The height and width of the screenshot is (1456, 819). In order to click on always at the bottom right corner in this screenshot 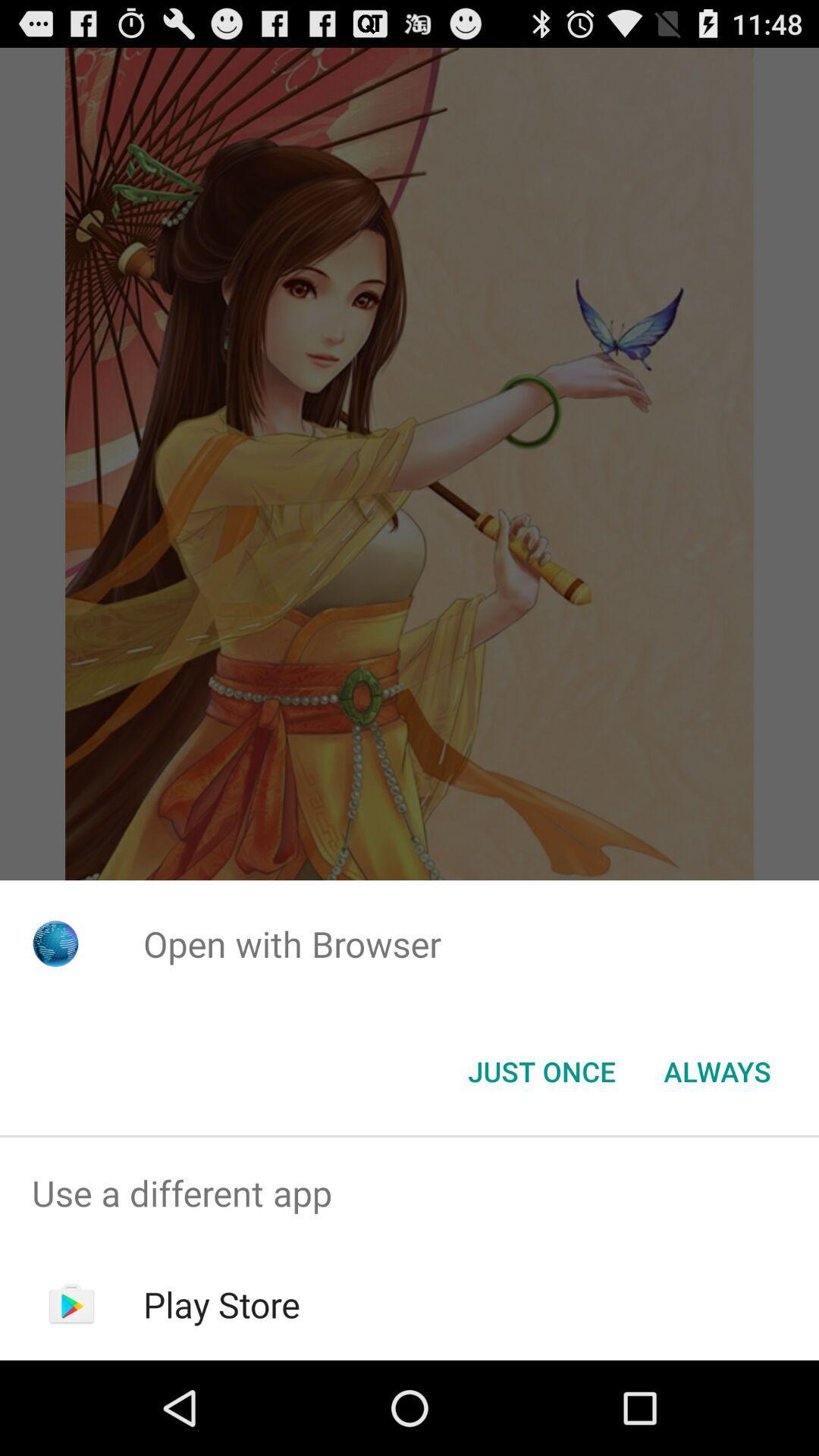, I will do `click(717, 1070)`.